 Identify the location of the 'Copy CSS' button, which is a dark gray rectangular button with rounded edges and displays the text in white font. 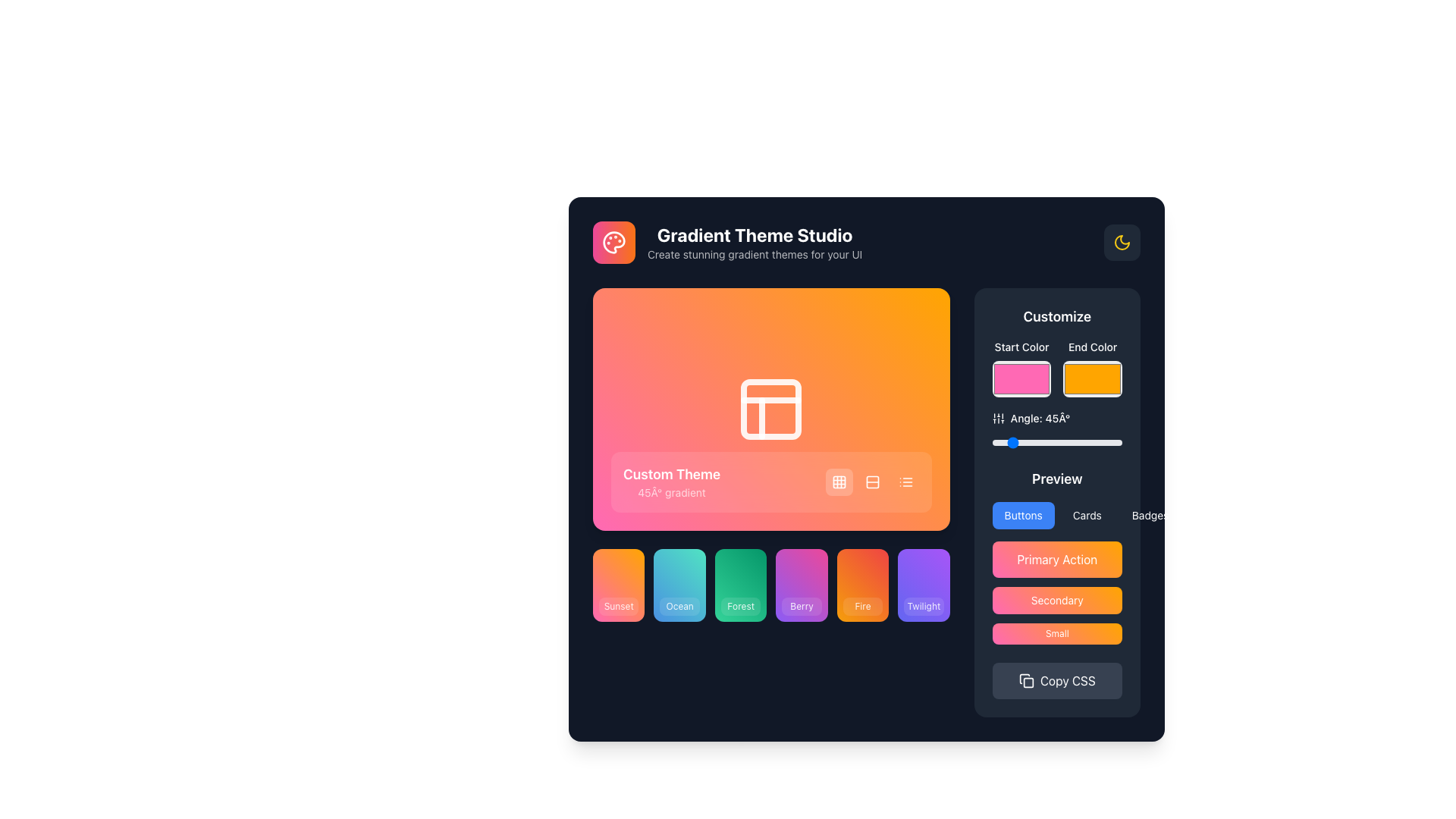
(1066, 680).